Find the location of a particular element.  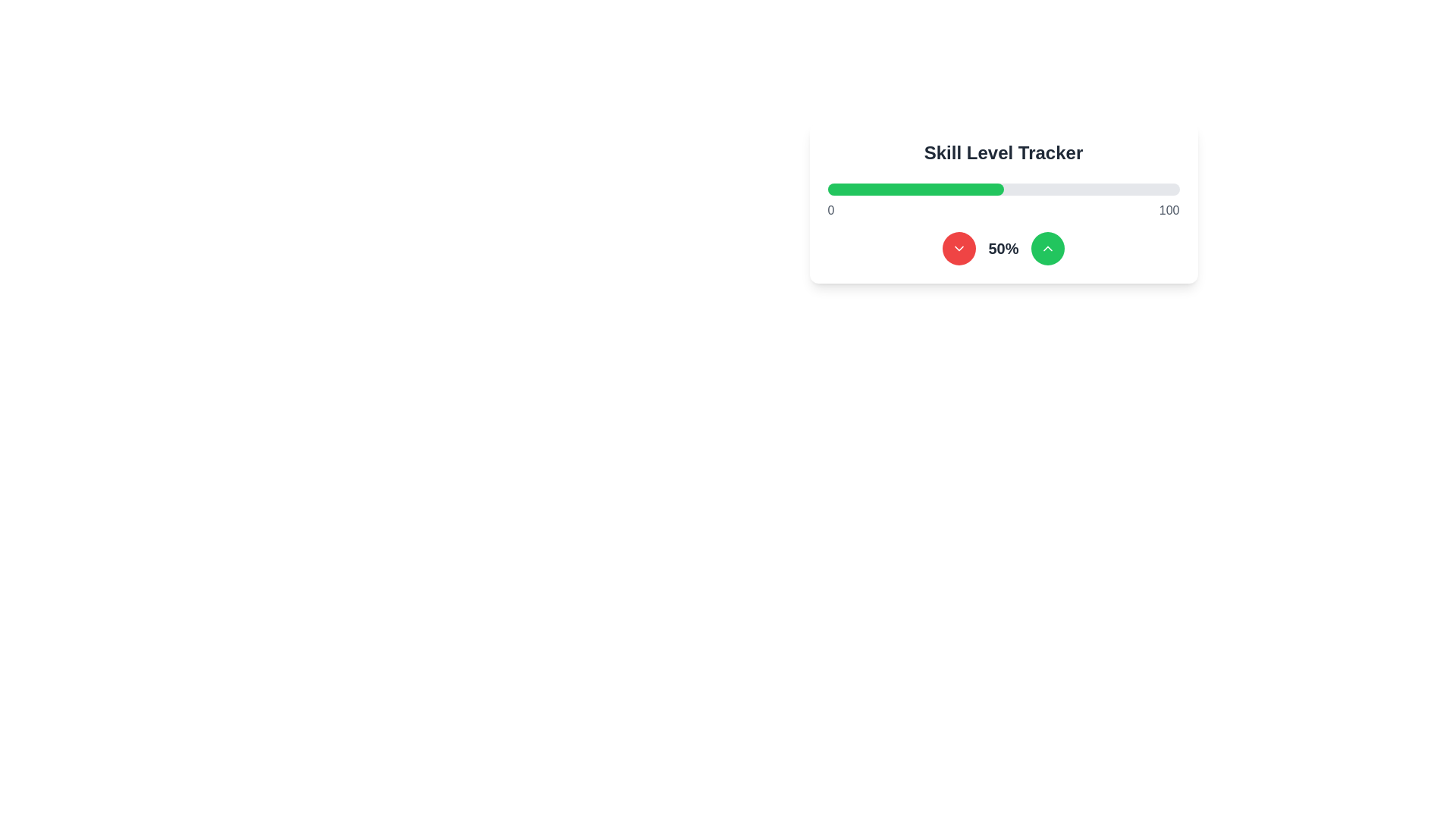

the circular green button with a white upward arrow icon, which is the rightmost button in a horizontal row is located at coordinates (1046, 247).